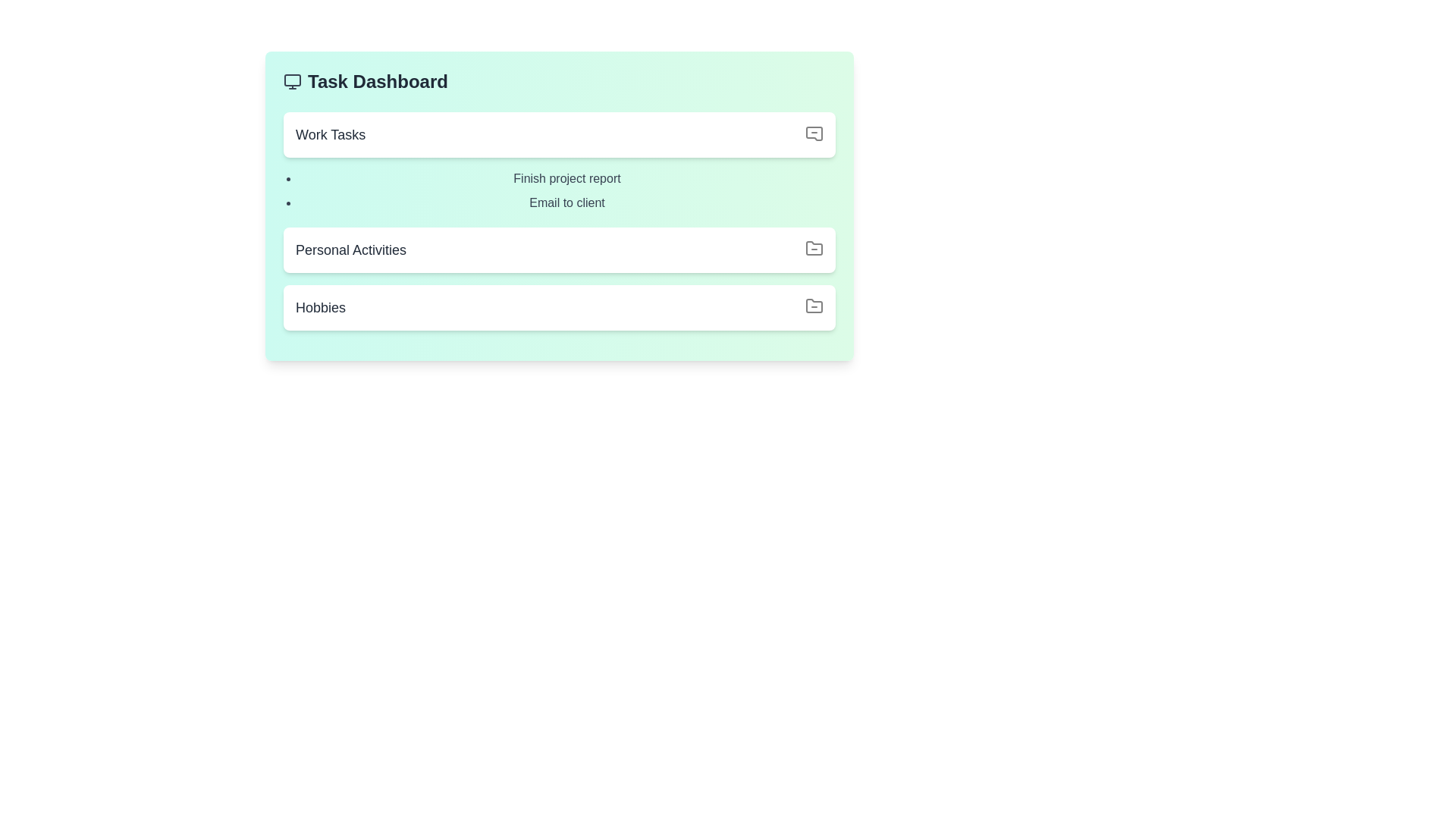 The image size is (1456, 819). What do you see at coordinates (559, 133) in the screenshot?
I see `the section title Work Tasks to observe any visual changes` at bounding box center [559, 133].